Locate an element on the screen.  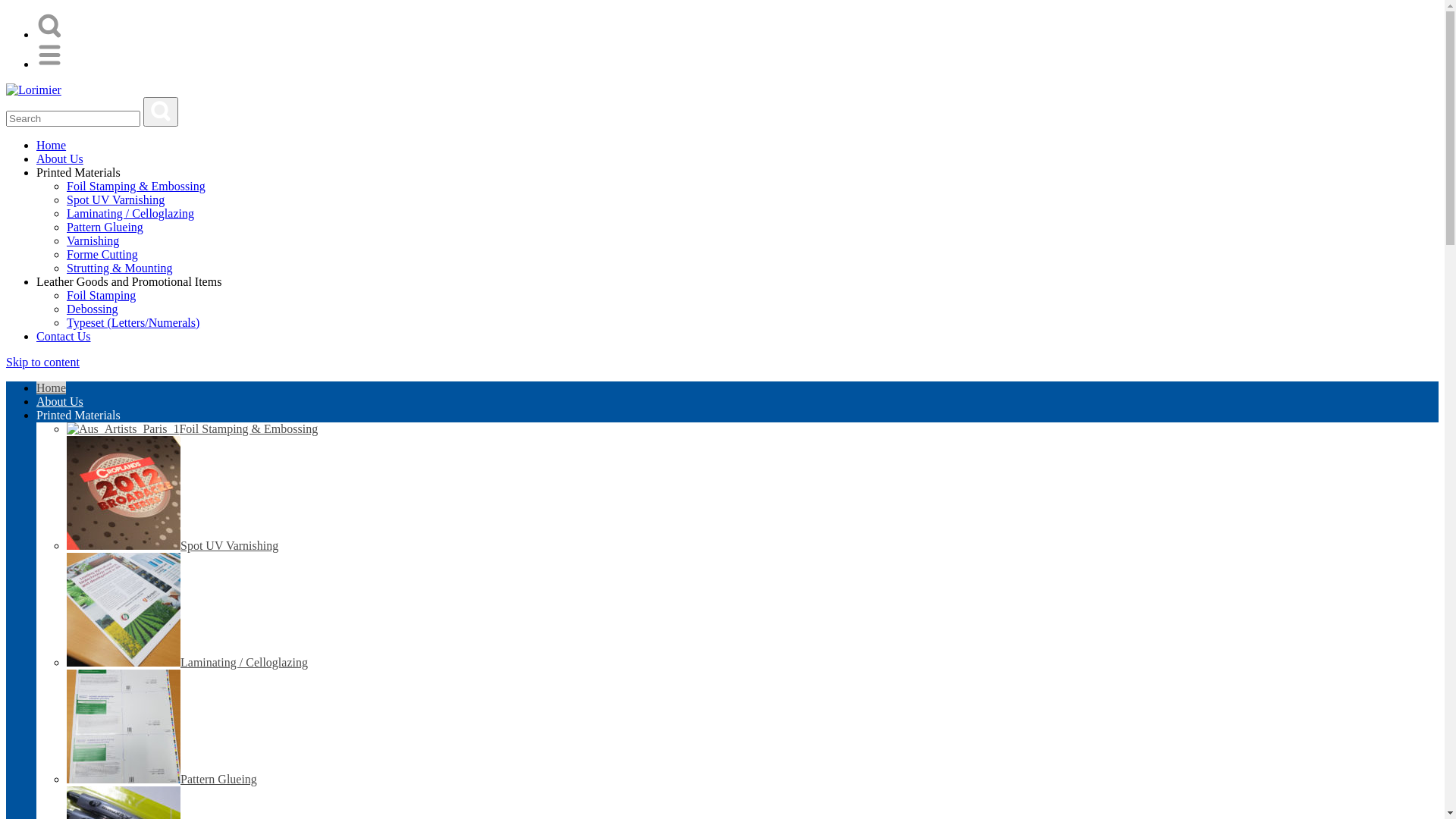
'Leather Goods and Promotional Items' is located at coordinates (36, 281).